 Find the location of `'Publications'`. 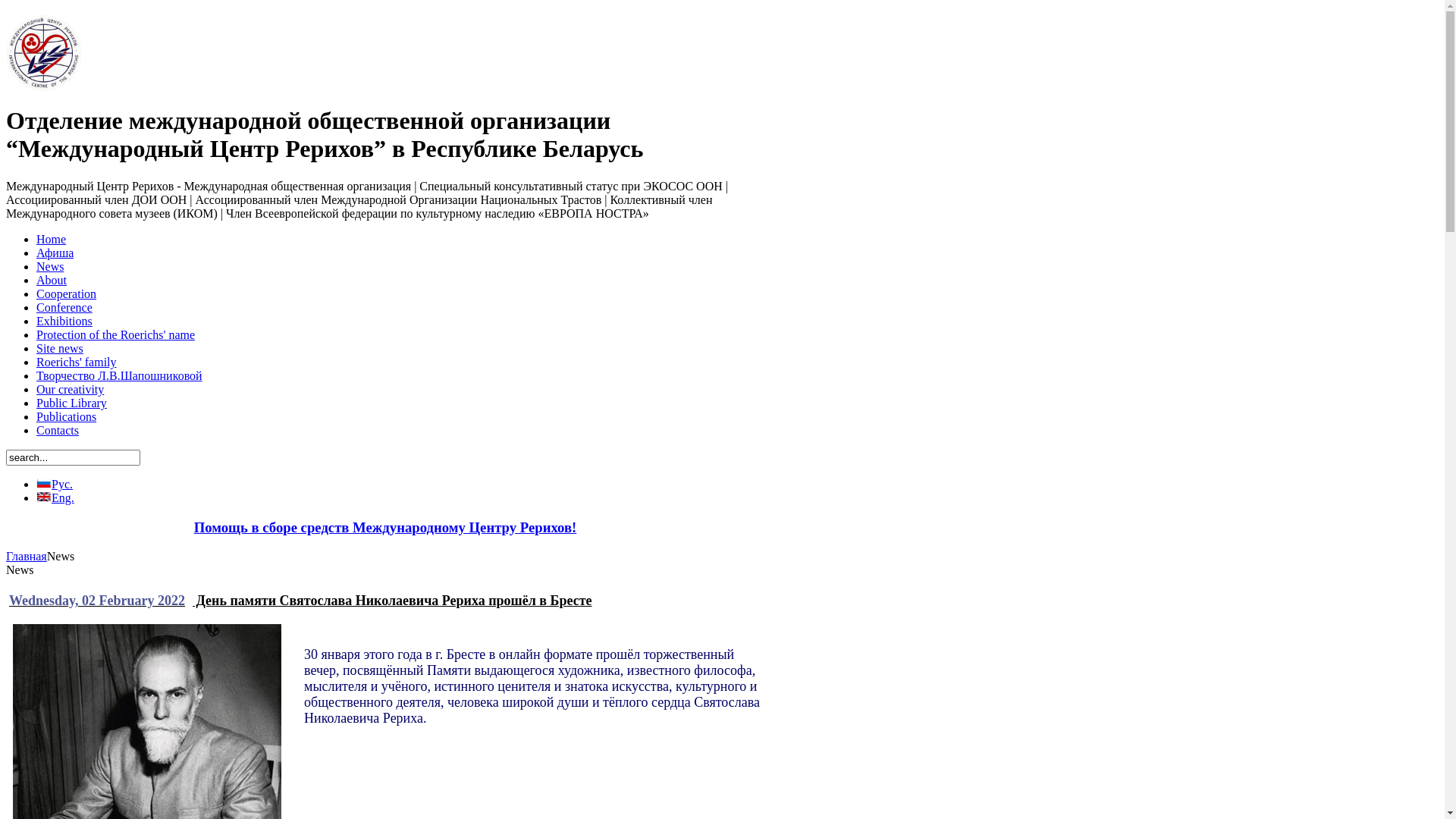

'Publications' is located at coordinates (36, 416).